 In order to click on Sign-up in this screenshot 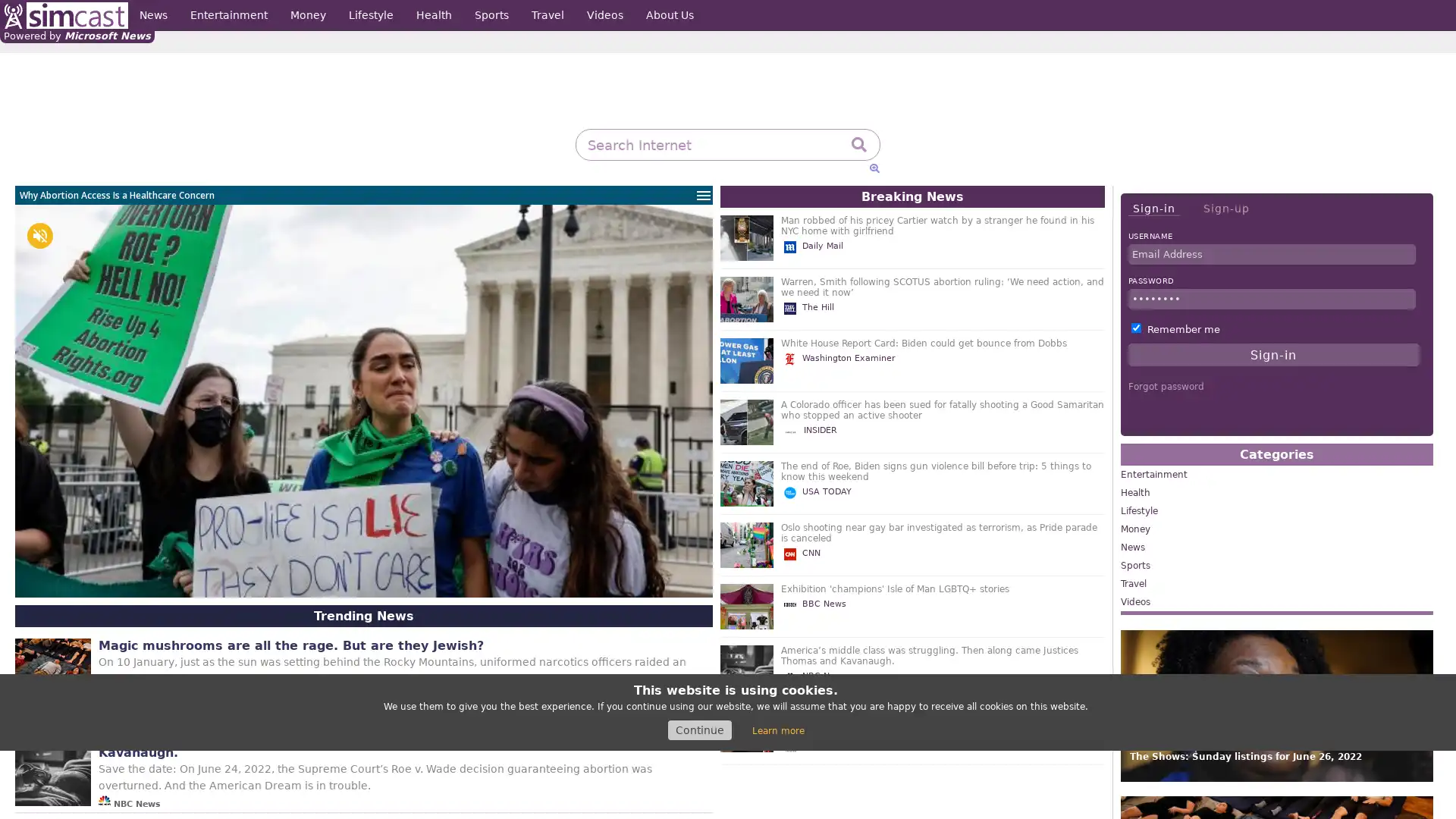, I will do `click(1225, 208)`.